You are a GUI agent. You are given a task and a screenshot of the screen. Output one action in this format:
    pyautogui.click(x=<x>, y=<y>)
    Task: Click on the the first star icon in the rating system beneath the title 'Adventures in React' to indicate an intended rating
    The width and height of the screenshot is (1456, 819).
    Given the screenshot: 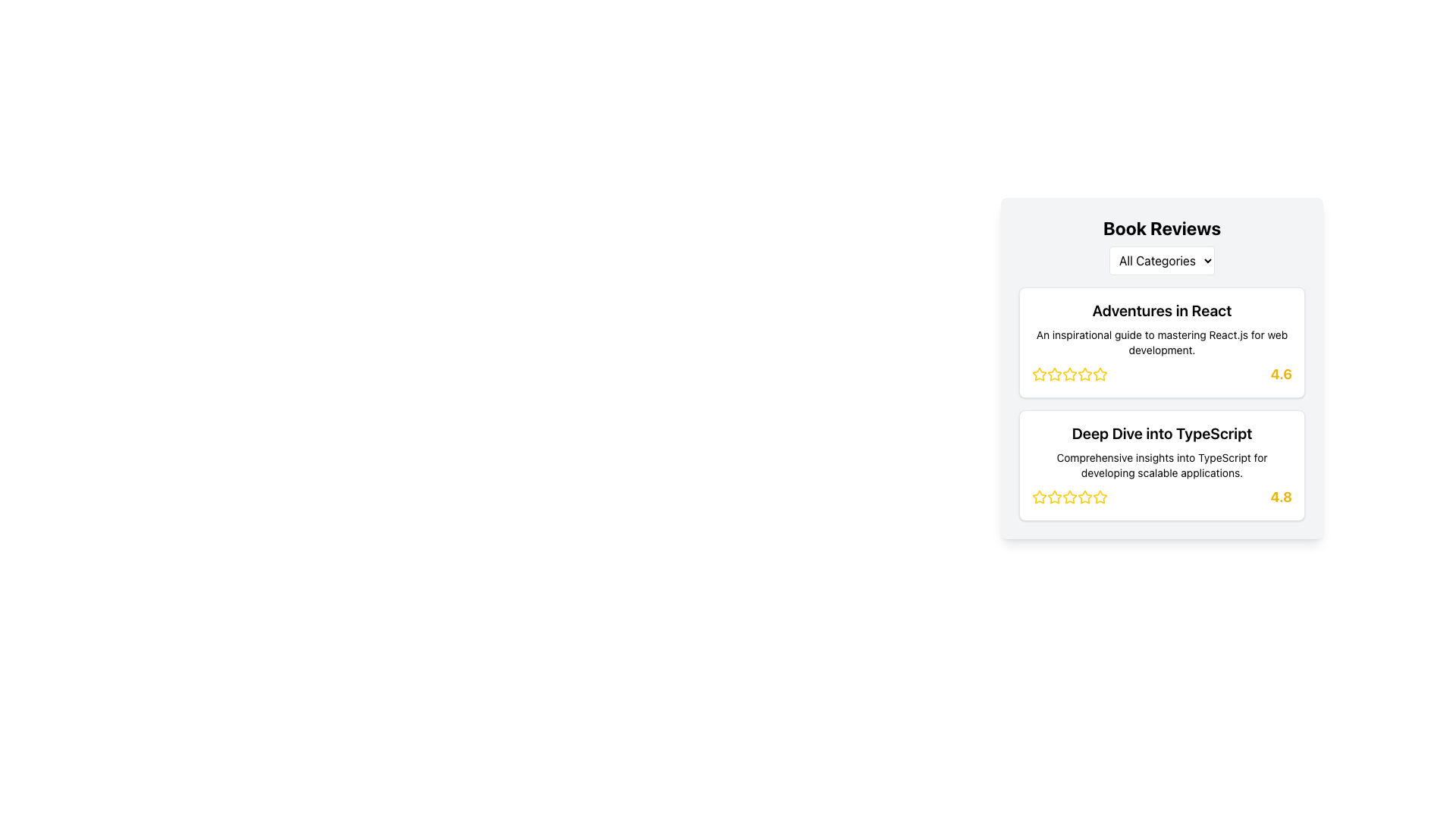 What is the action you would take?
    pyautogui.click(x=1039, y=374)
    